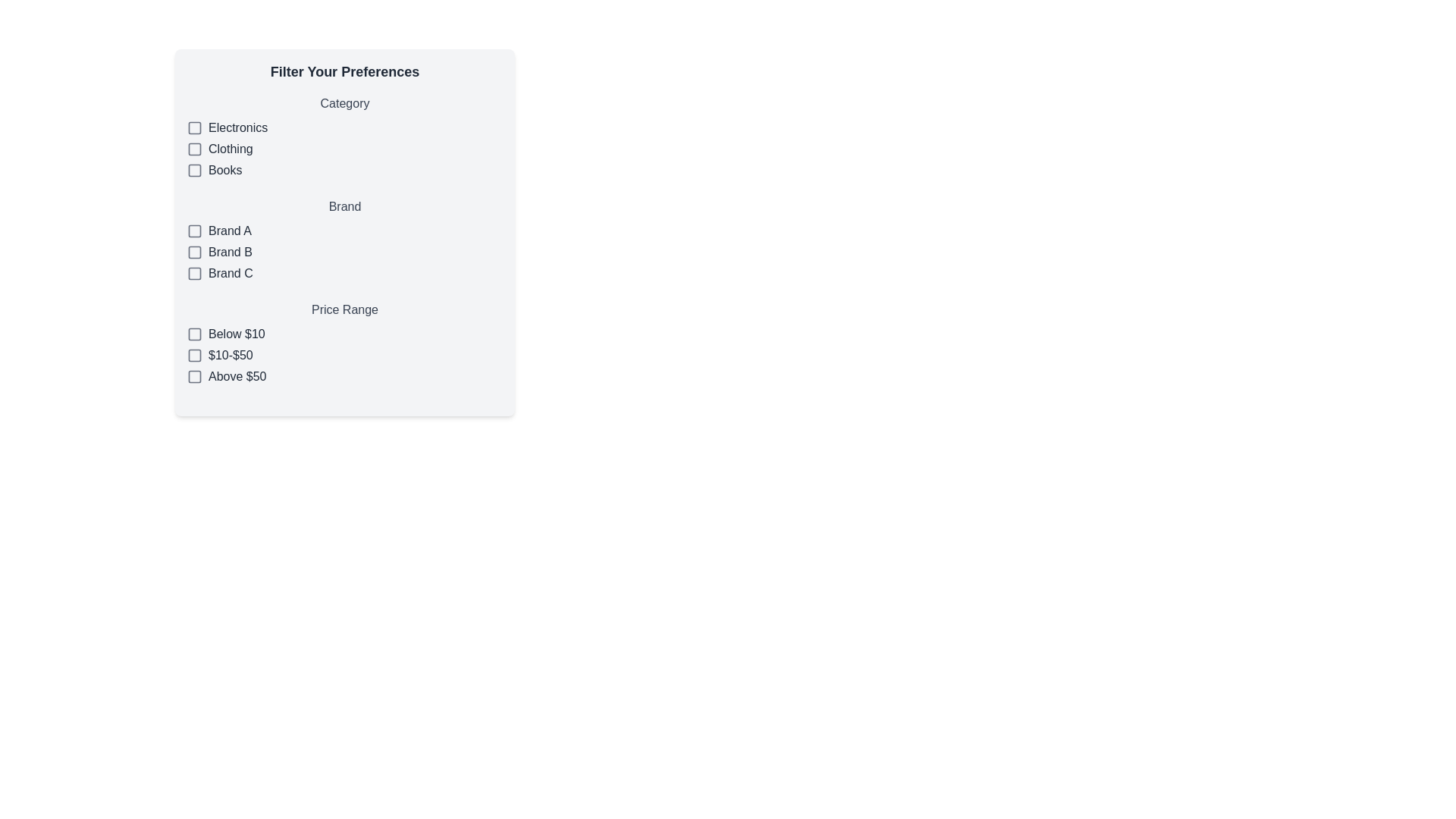  I want to click on the checkbox for filtering items by the 'Brand C' category located in the 'Brand' section of the user preference panel, so click(194, 274).